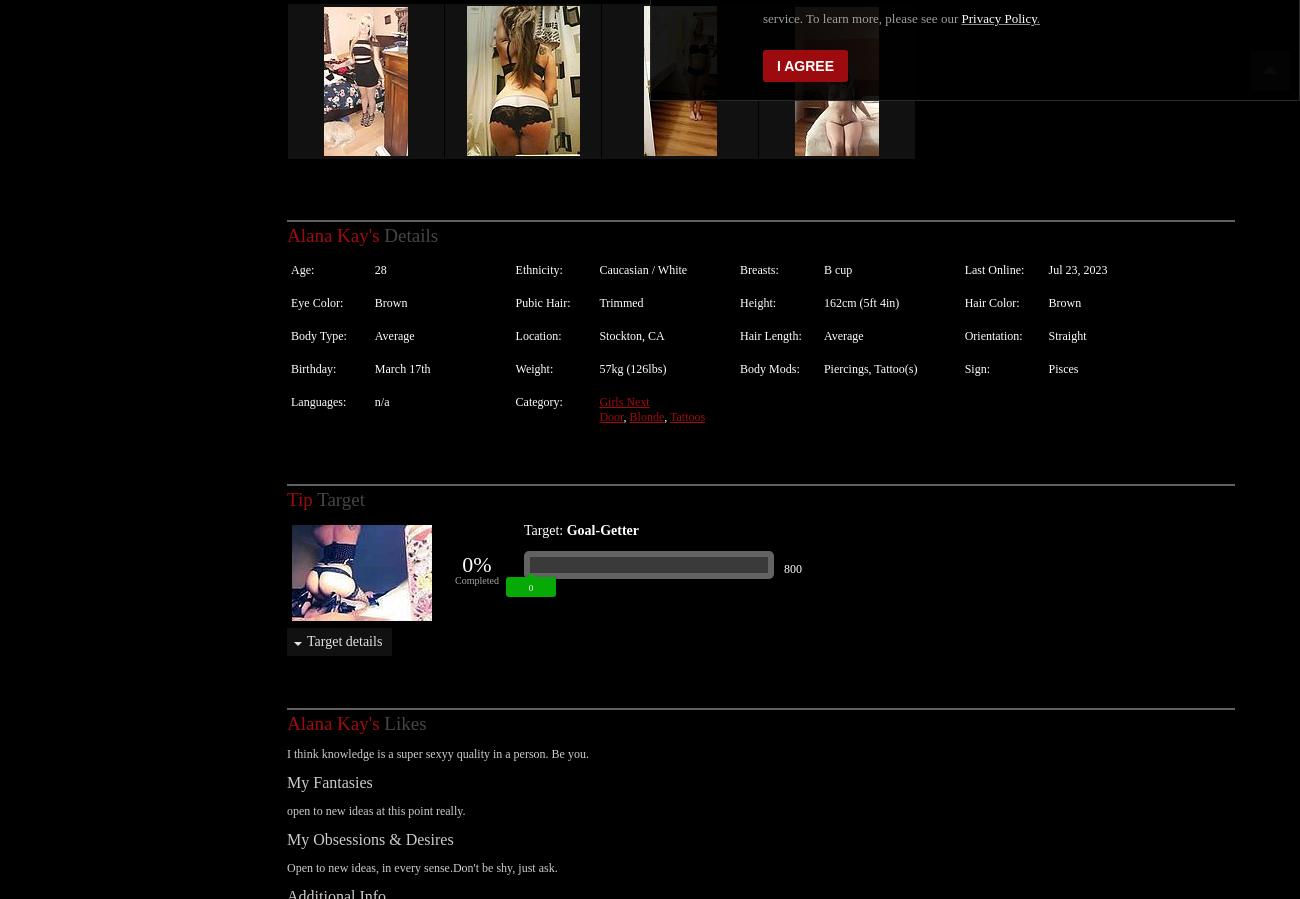 The image size is (1300, 899). What do you see at coordinates (534, 346) in the screenshot?
I see `'Weight:'` at bounding box center [534, 346].